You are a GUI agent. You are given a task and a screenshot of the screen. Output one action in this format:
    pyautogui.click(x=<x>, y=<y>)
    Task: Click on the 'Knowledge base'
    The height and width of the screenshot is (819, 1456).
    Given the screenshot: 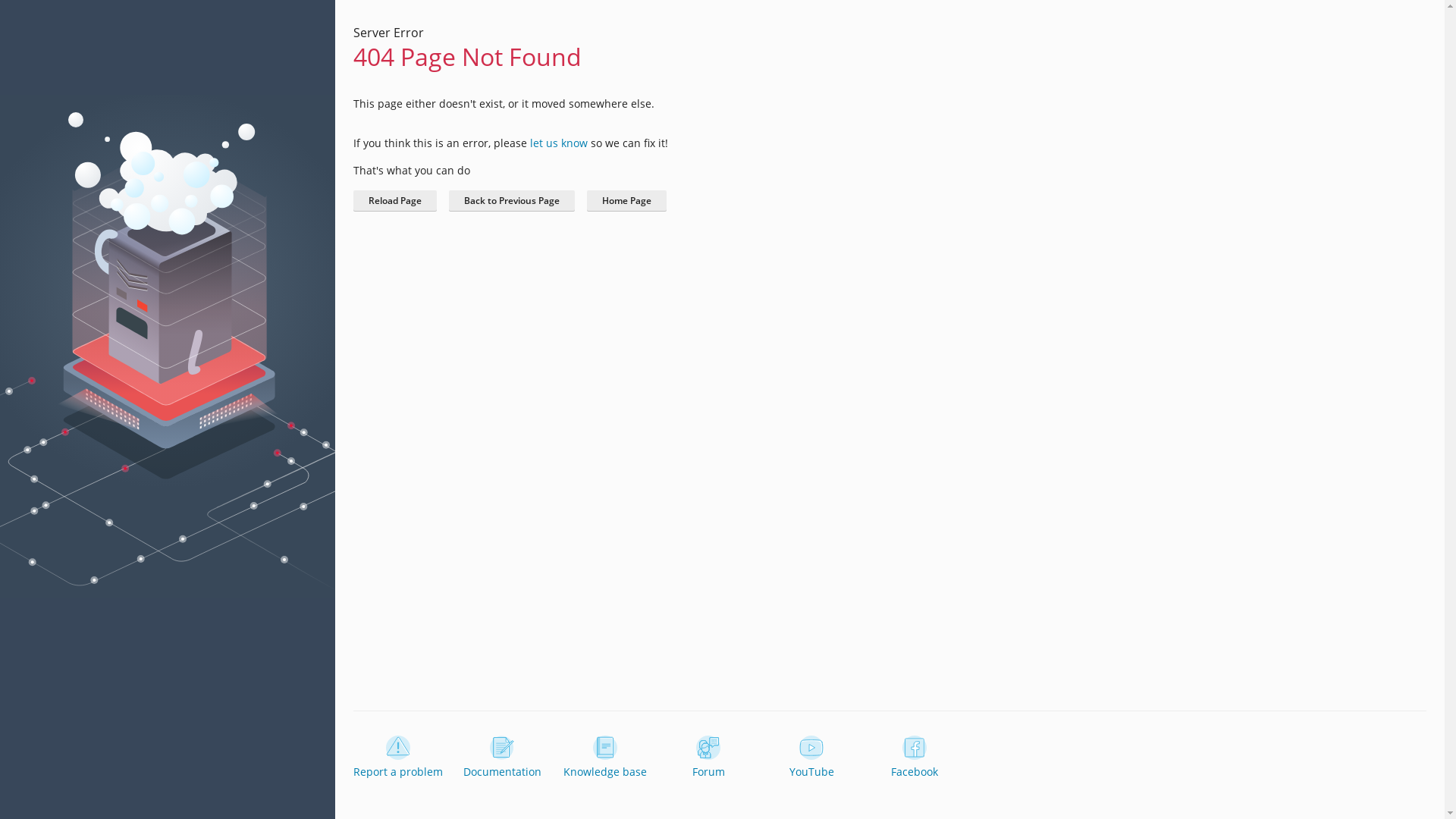 What is the action you would take?
    pyautogui.click(x=604, y=758)
    